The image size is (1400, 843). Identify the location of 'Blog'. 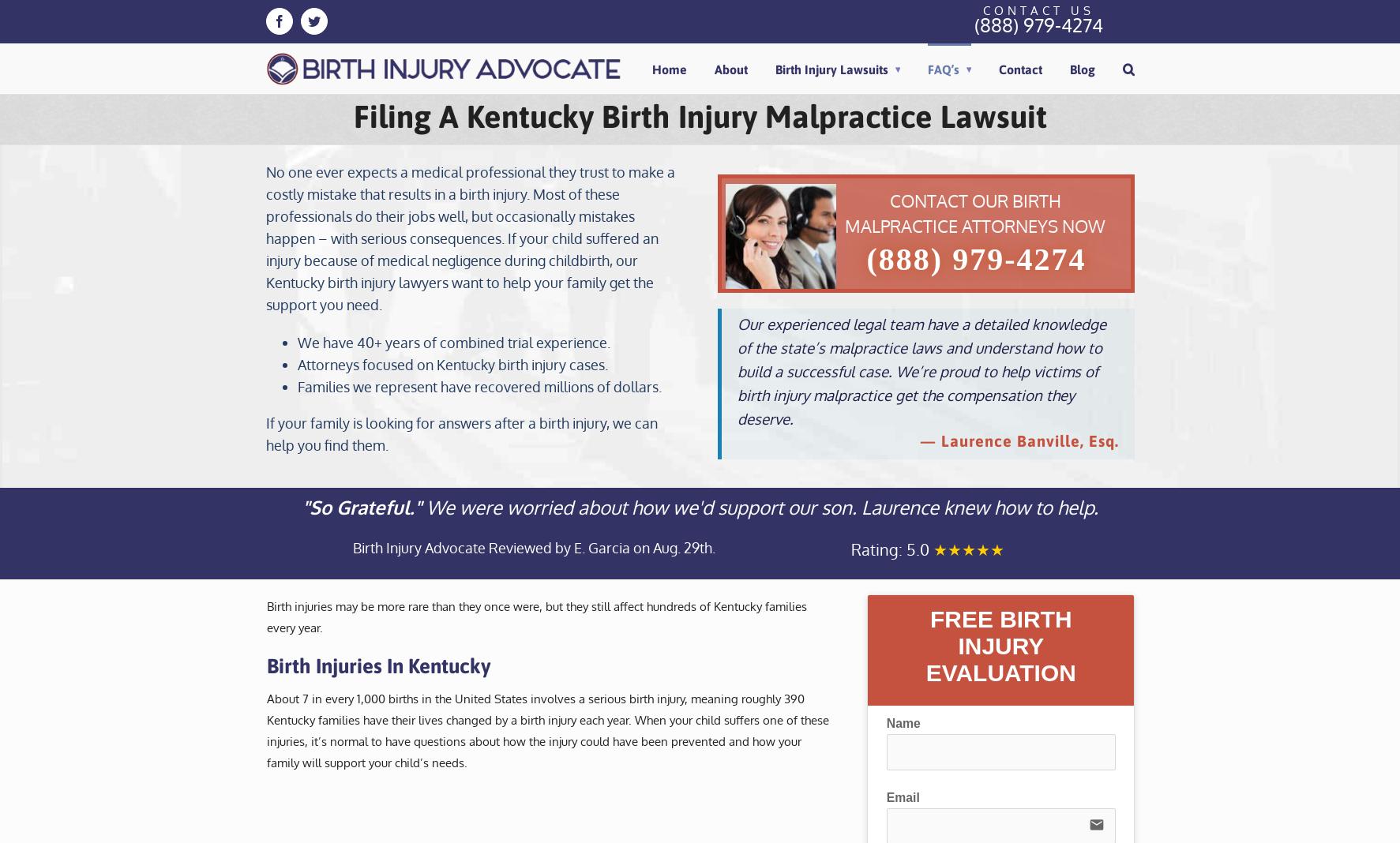
(1069, 69).